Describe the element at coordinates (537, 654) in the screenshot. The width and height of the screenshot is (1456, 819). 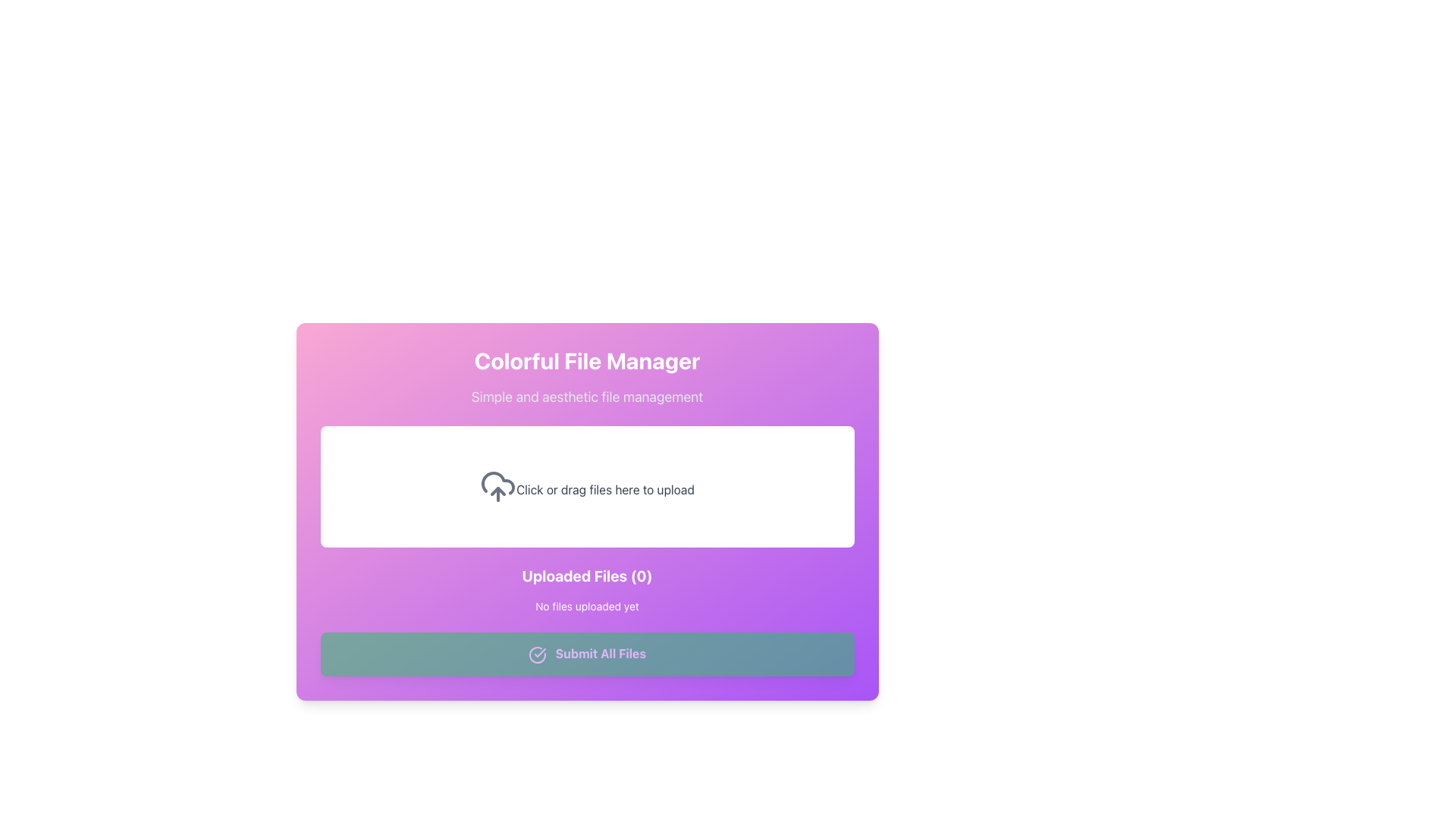
I see `the circular icon with a checkmark inside, styled in a minimalist design with a thin stroke and a transparent center, located to the left of the 'Submit All Files' text within the green button at the bottom of the page` at that location.